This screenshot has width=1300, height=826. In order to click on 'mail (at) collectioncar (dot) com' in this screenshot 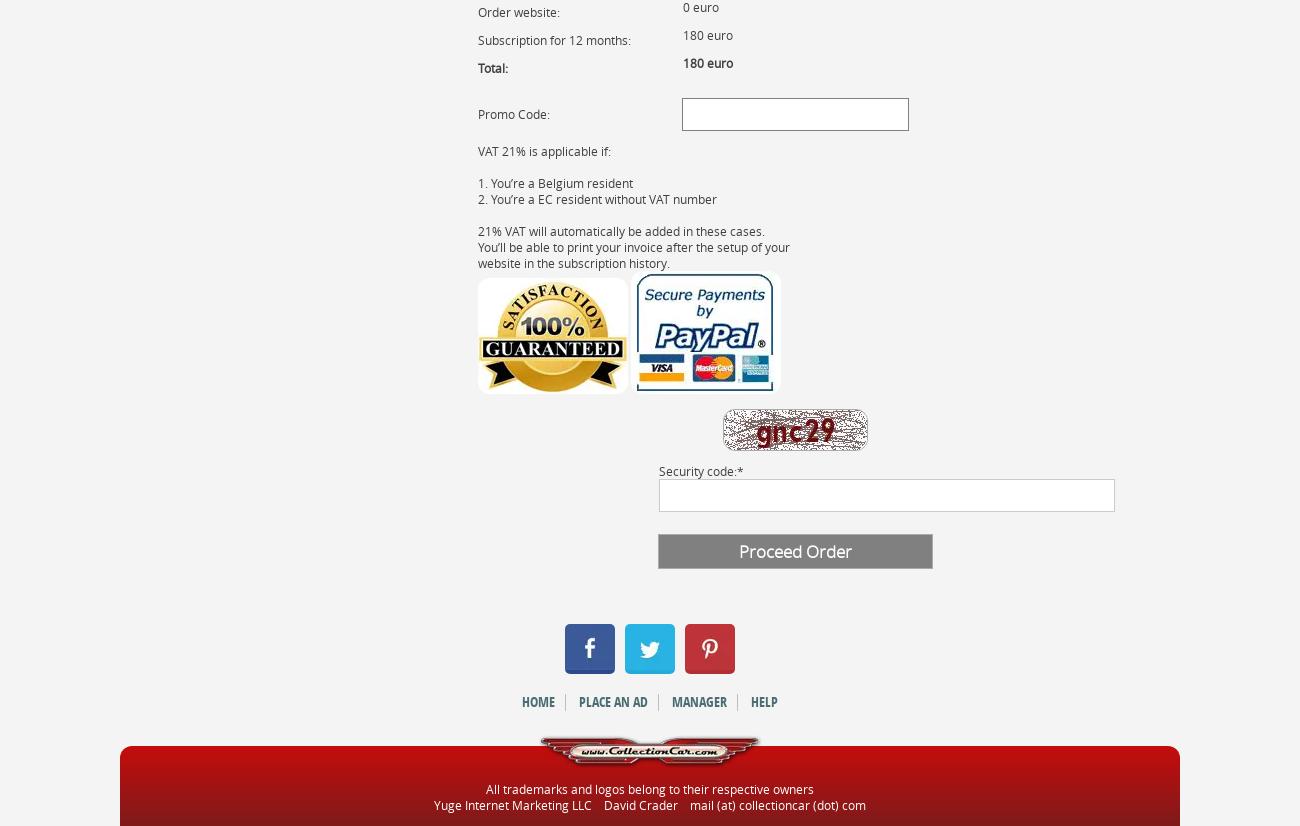, I will do `click(688, 803)`.